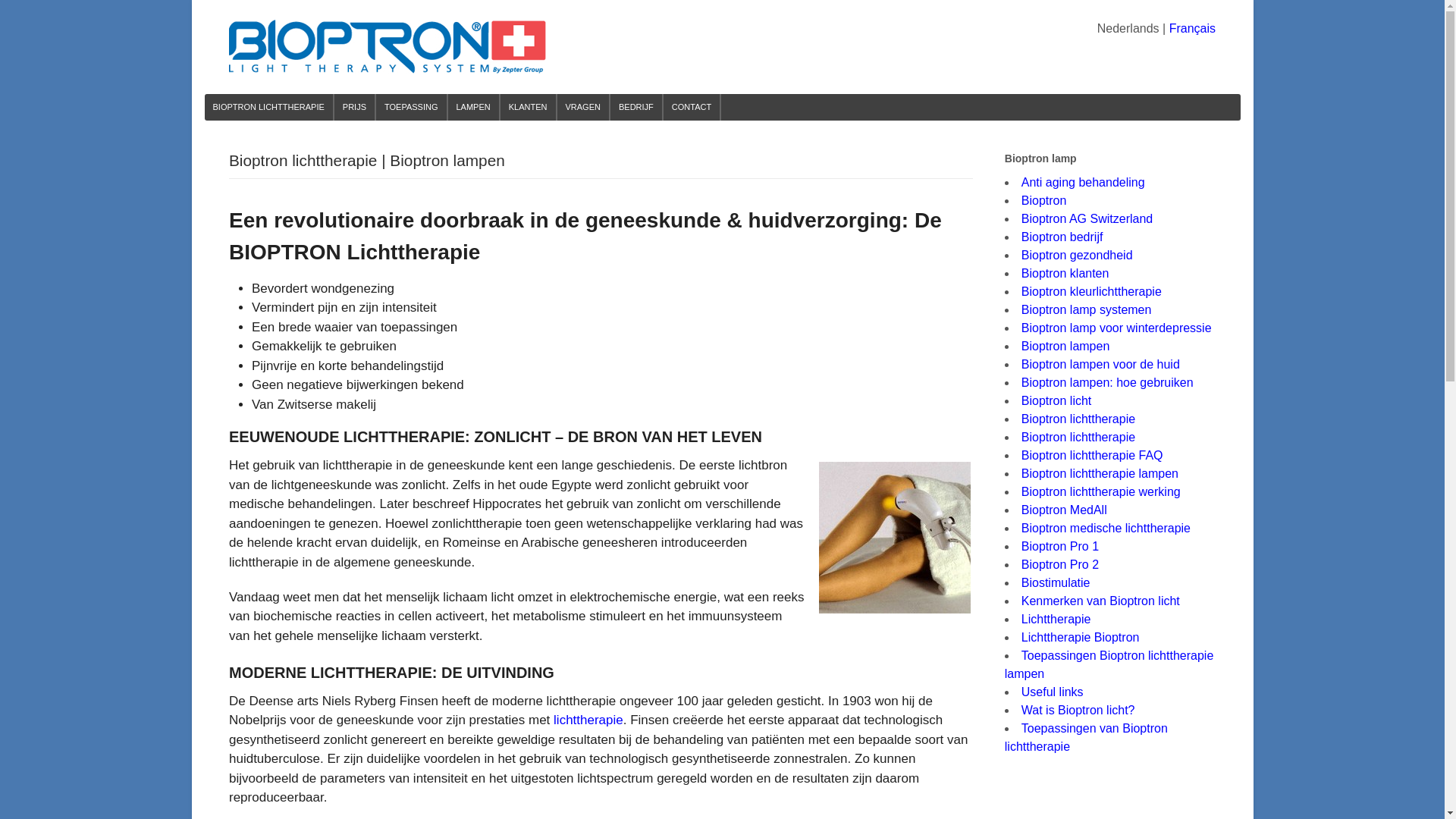 Image resolution: width=1456 pixels, height=819 pixels. What do you see at coordinates (556, 106) in the screenshot?
I see `'VRAGEN'` at bounding box center [556, 106].